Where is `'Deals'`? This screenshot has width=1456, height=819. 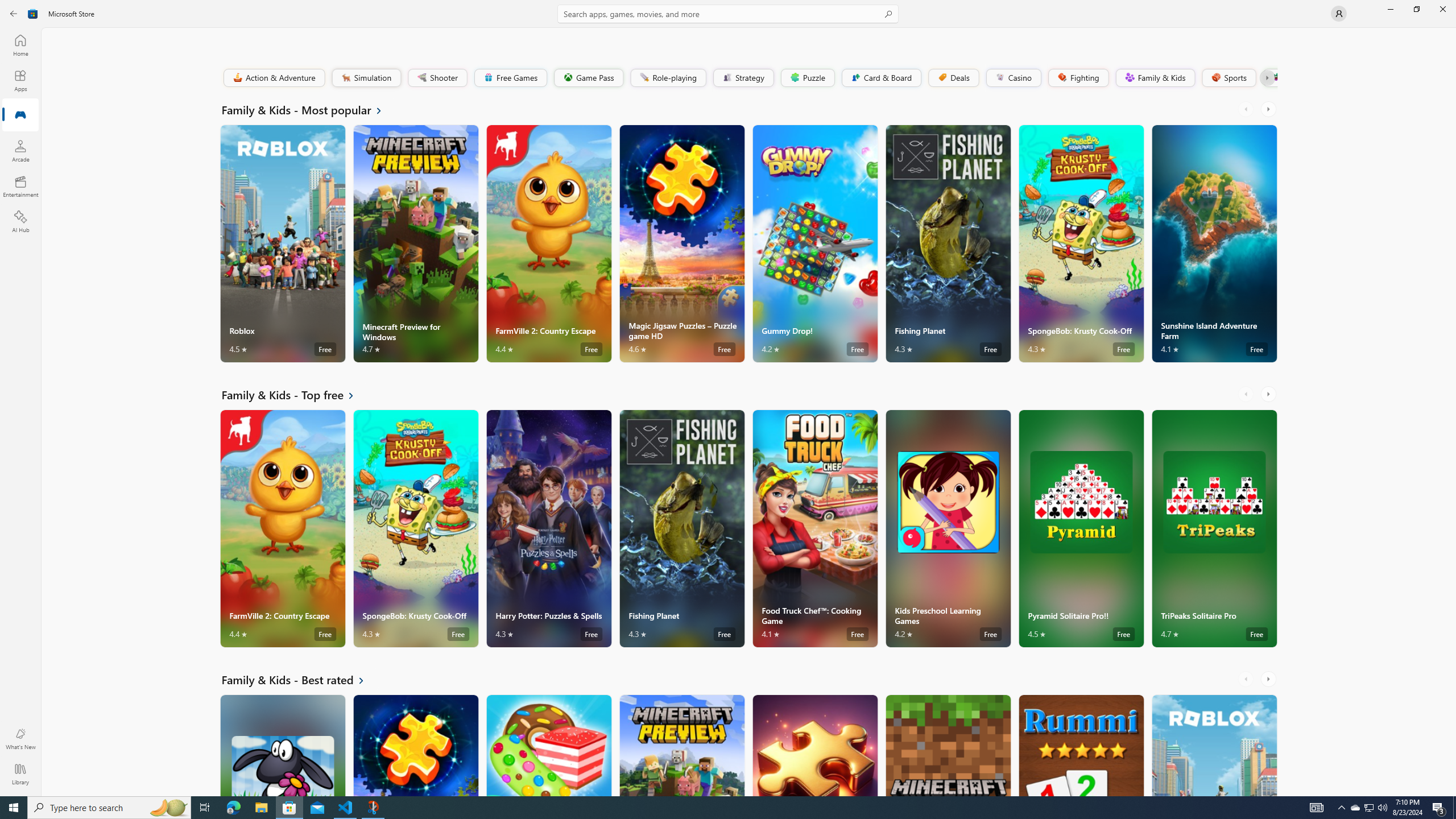
'Deals' is located at coordinates (953, 77).